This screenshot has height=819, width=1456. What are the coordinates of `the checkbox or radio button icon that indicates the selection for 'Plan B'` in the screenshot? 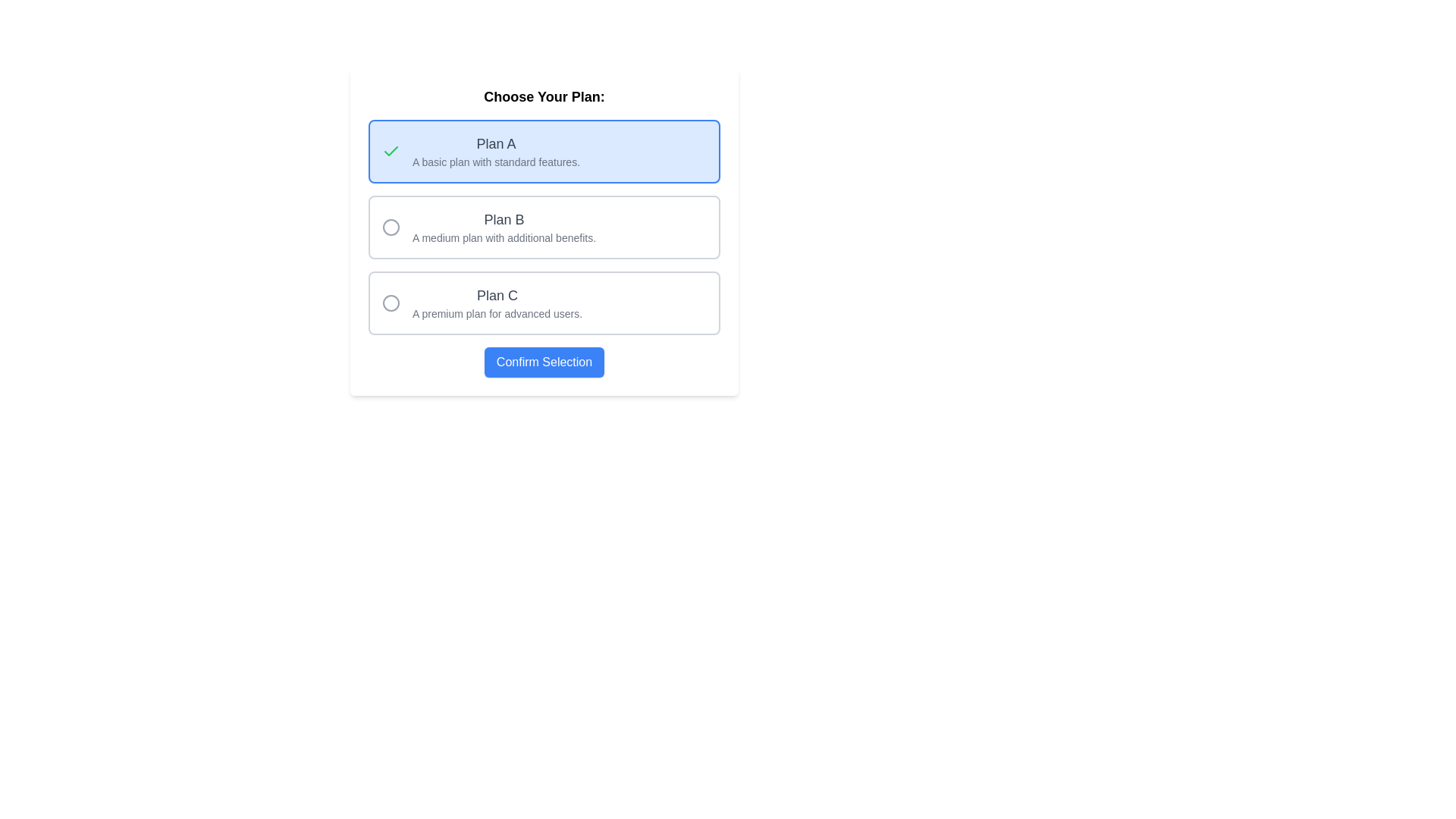 It's located at (391, 227).